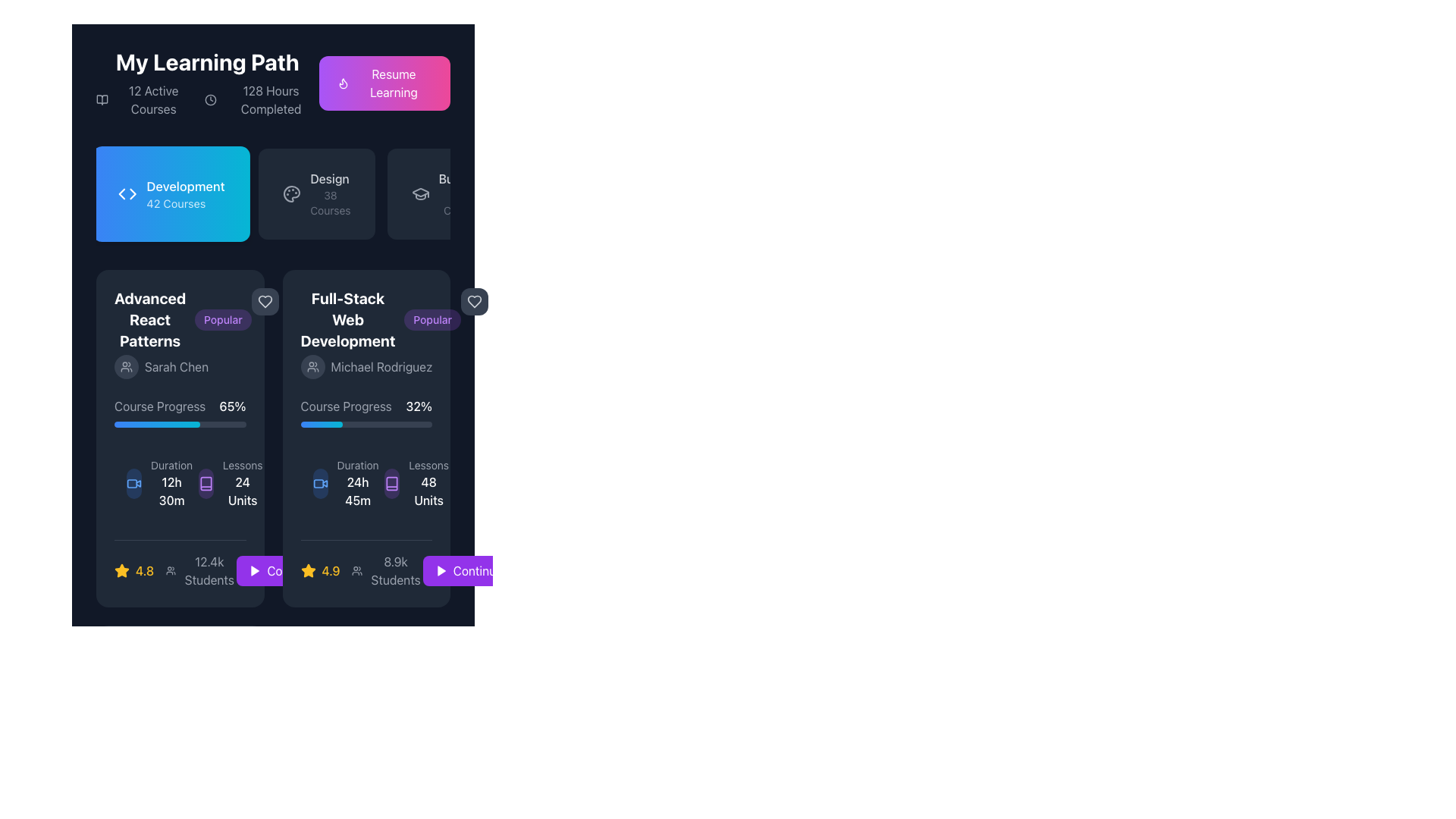 This screenshot has height=819, width=1456. What do you see at coordinates (342, 83) in the screenshot?
I see `the decorative SVG-based vector graphic icon located near the top of the interface, which likely represents a concept like fire or heat` at bounding box center [342, 83].